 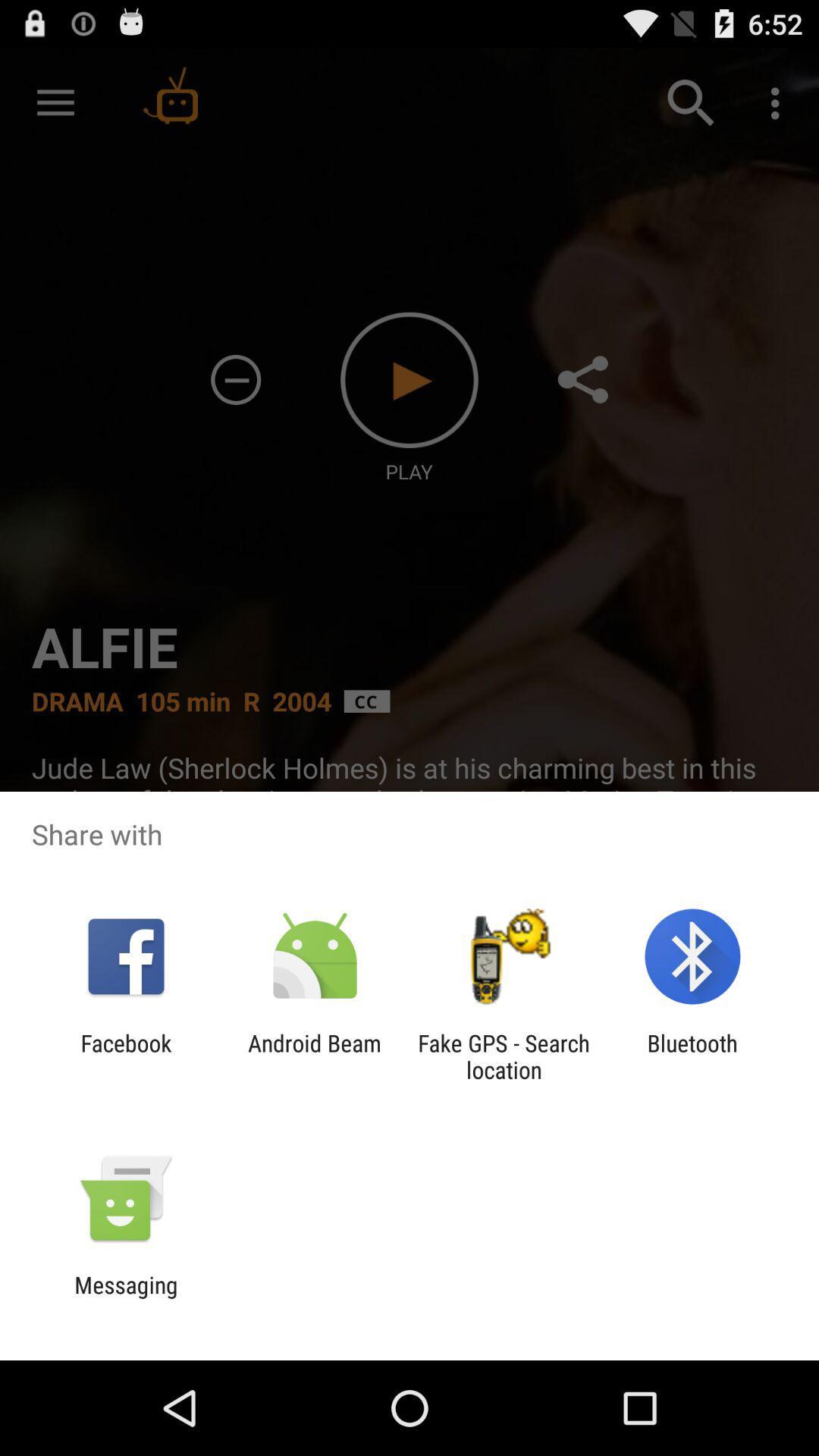 I want to click on app next to the fake gps search, so click(x=314, y=1056).